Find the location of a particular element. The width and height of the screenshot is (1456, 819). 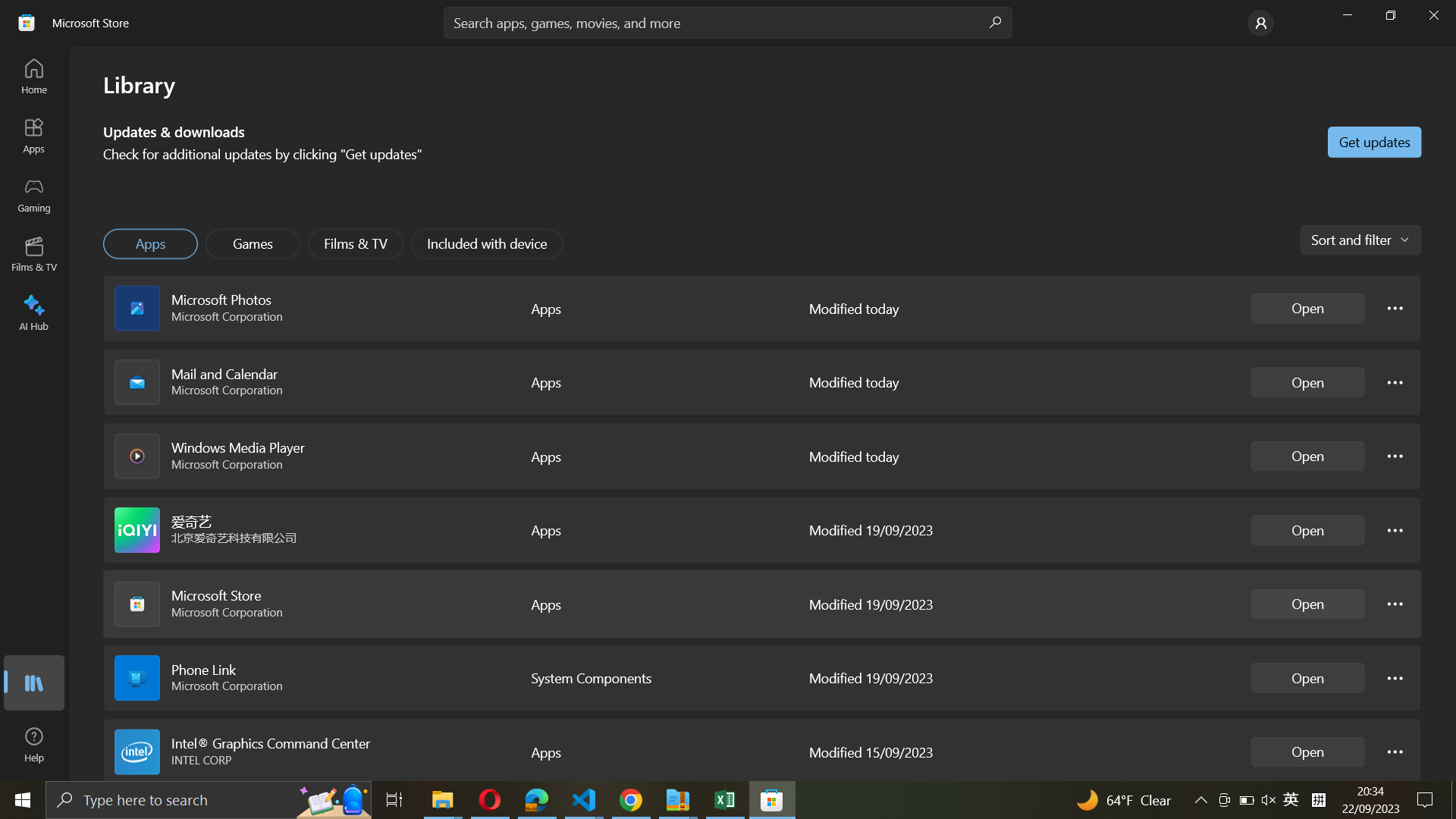

Activate Windows media player is located at coordinates (1307, 454).